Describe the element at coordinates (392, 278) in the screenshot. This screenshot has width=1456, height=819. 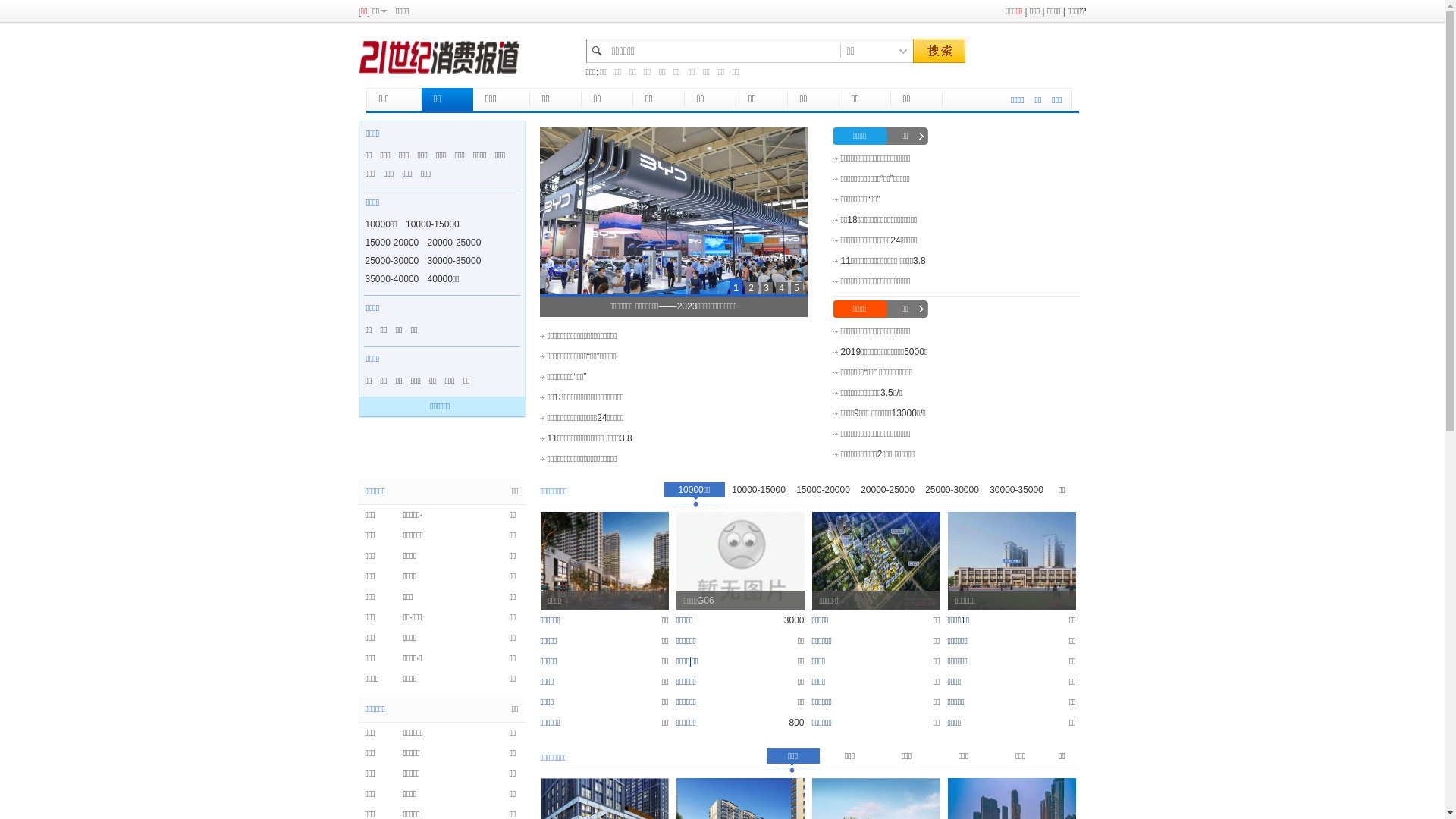
I see `'35000-40000'` at that location.